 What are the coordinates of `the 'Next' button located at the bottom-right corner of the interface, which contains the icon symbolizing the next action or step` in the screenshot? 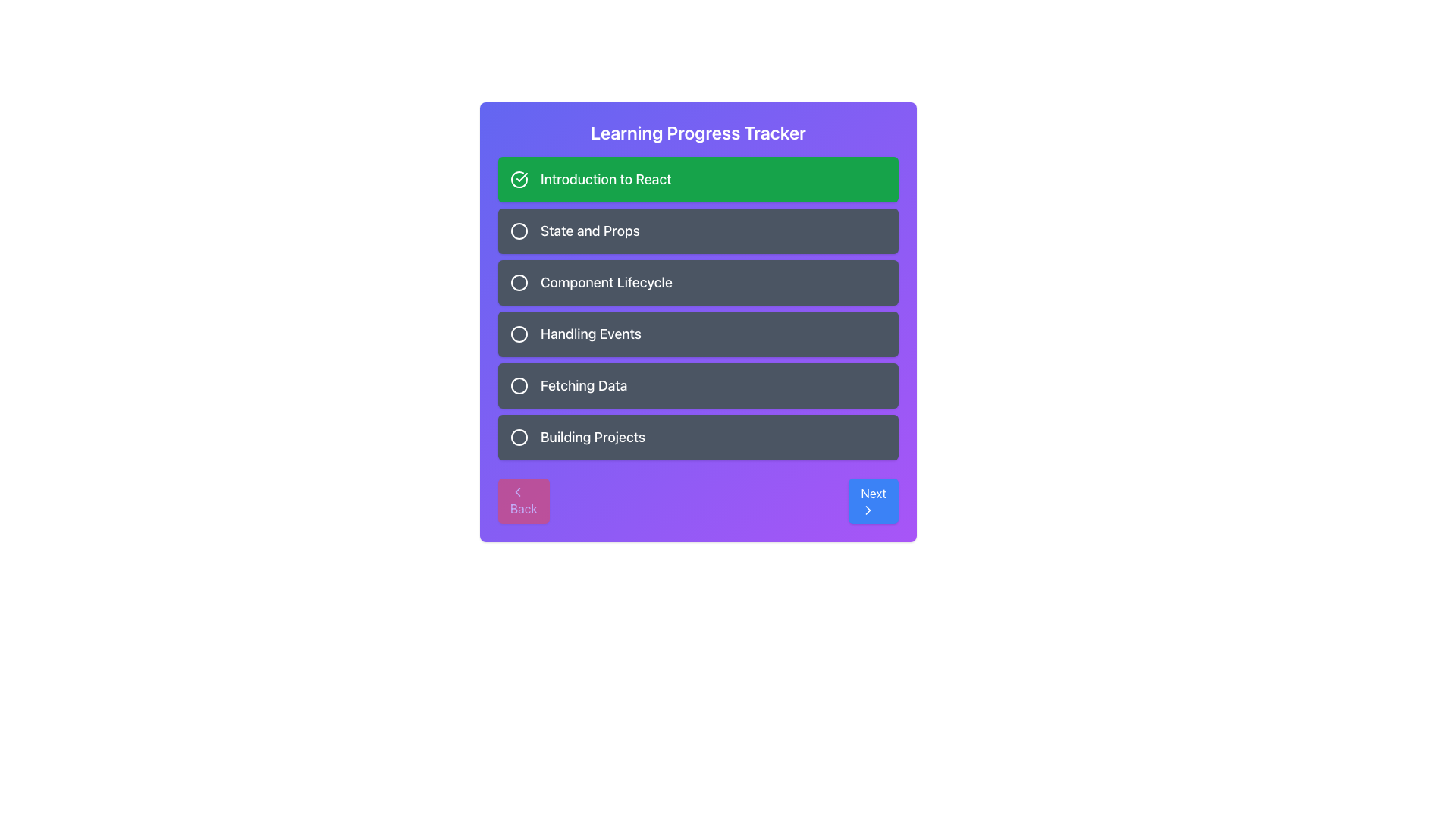 It's located at (868, 510).